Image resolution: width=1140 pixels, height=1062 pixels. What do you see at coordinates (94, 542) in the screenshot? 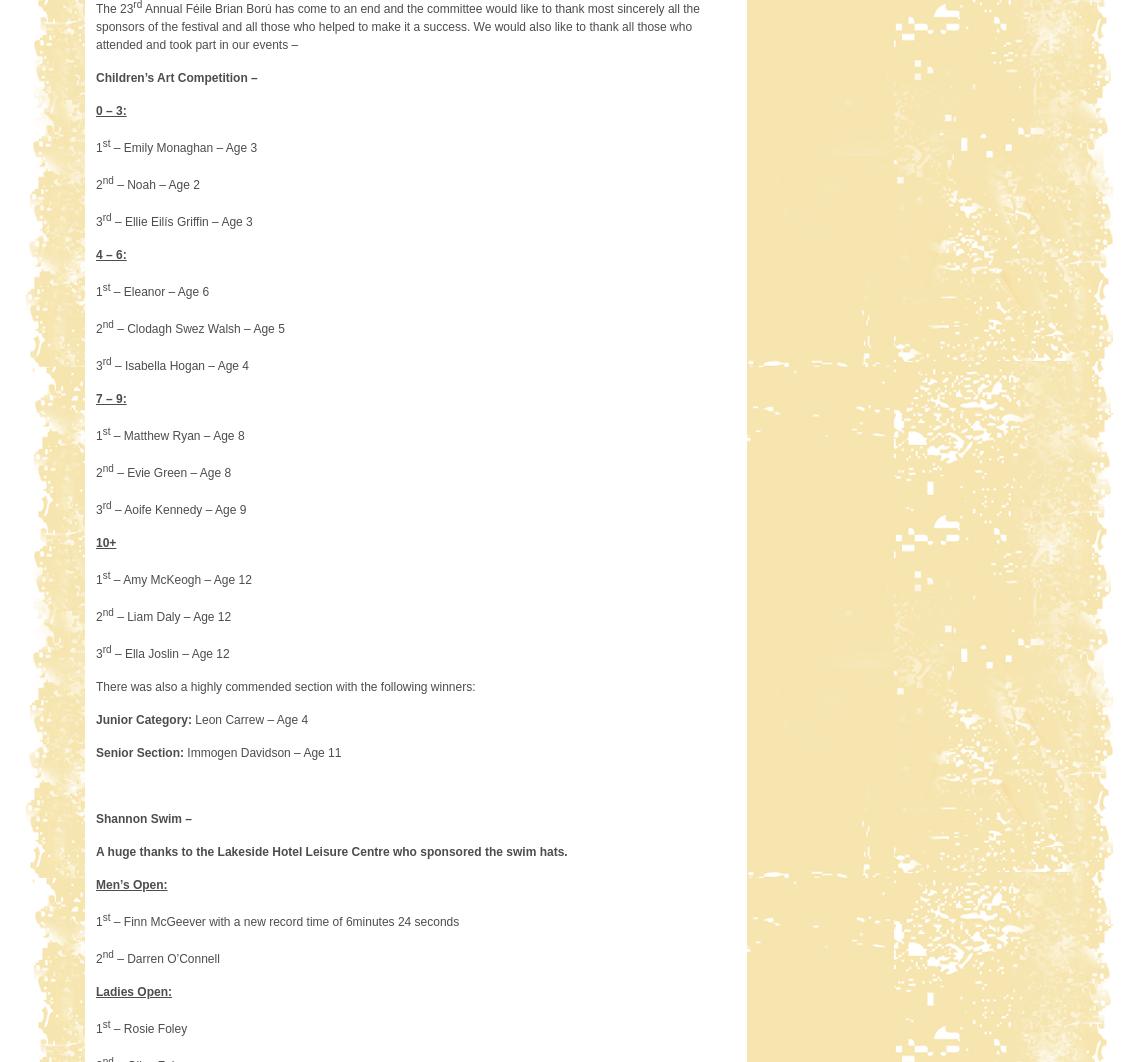
I see `'10+'` at bounding box center [94, 542].